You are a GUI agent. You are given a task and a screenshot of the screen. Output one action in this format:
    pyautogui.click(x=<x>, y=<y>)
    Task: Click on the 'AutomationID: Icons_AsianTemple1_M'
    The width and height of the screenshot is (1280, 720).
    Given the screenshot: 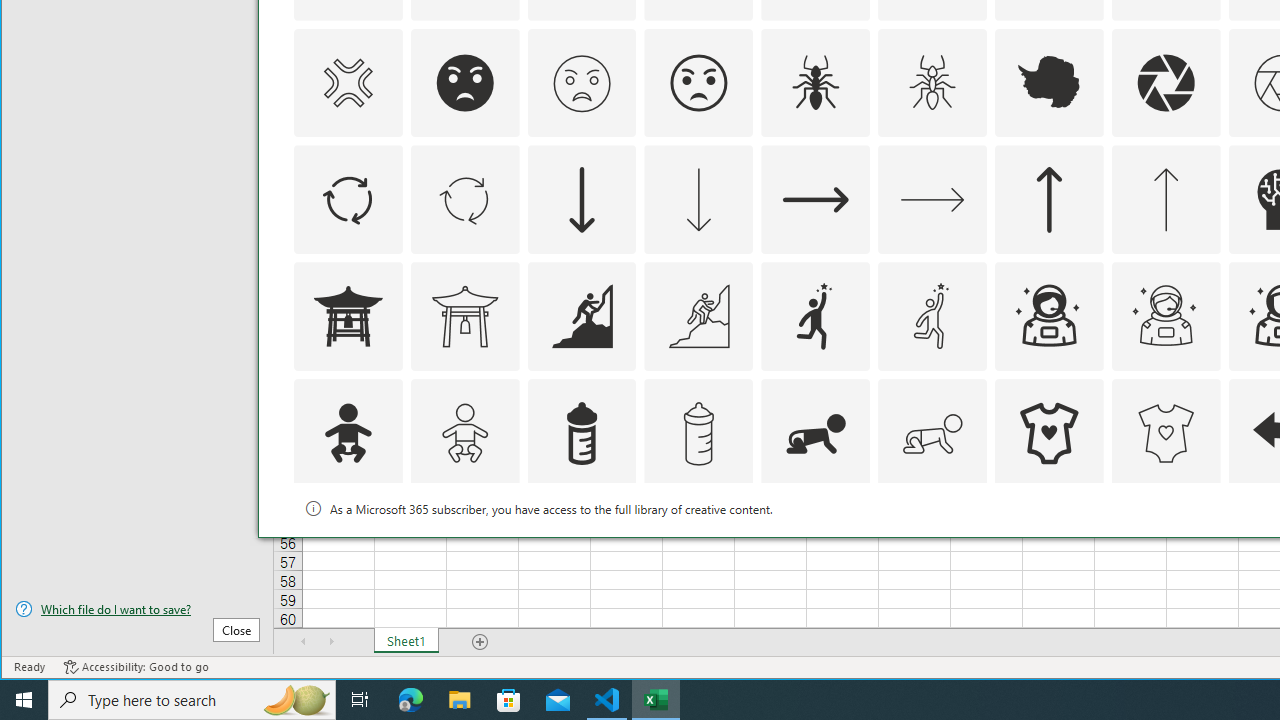 What is the action you would take?
    pyautogui.click(x=463, y=315)
    